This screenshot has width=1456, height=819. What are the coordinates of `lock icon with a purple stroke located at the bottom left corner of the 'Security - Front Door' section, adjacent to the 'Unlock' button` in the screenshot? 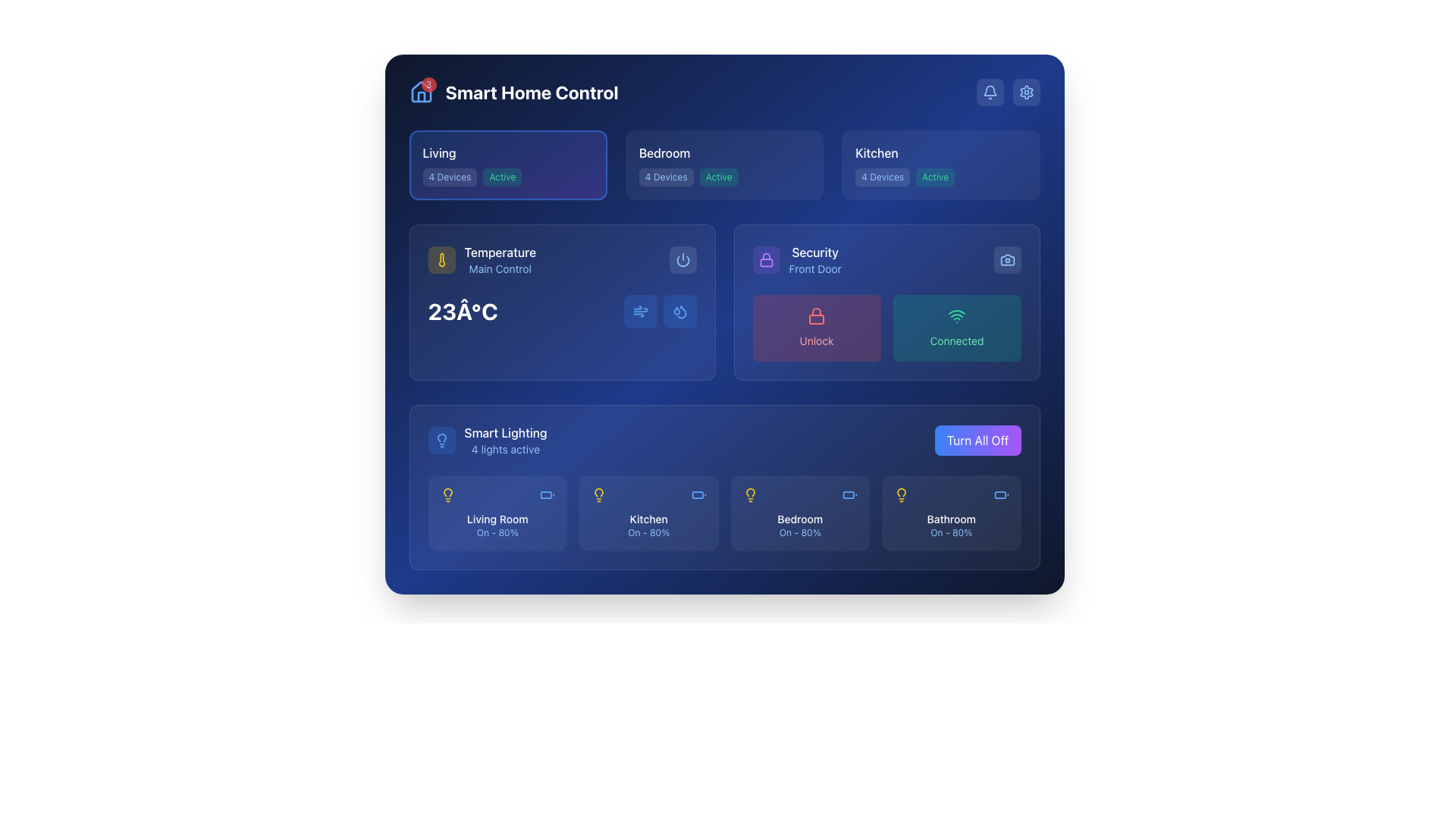 It's located at (766, 259).